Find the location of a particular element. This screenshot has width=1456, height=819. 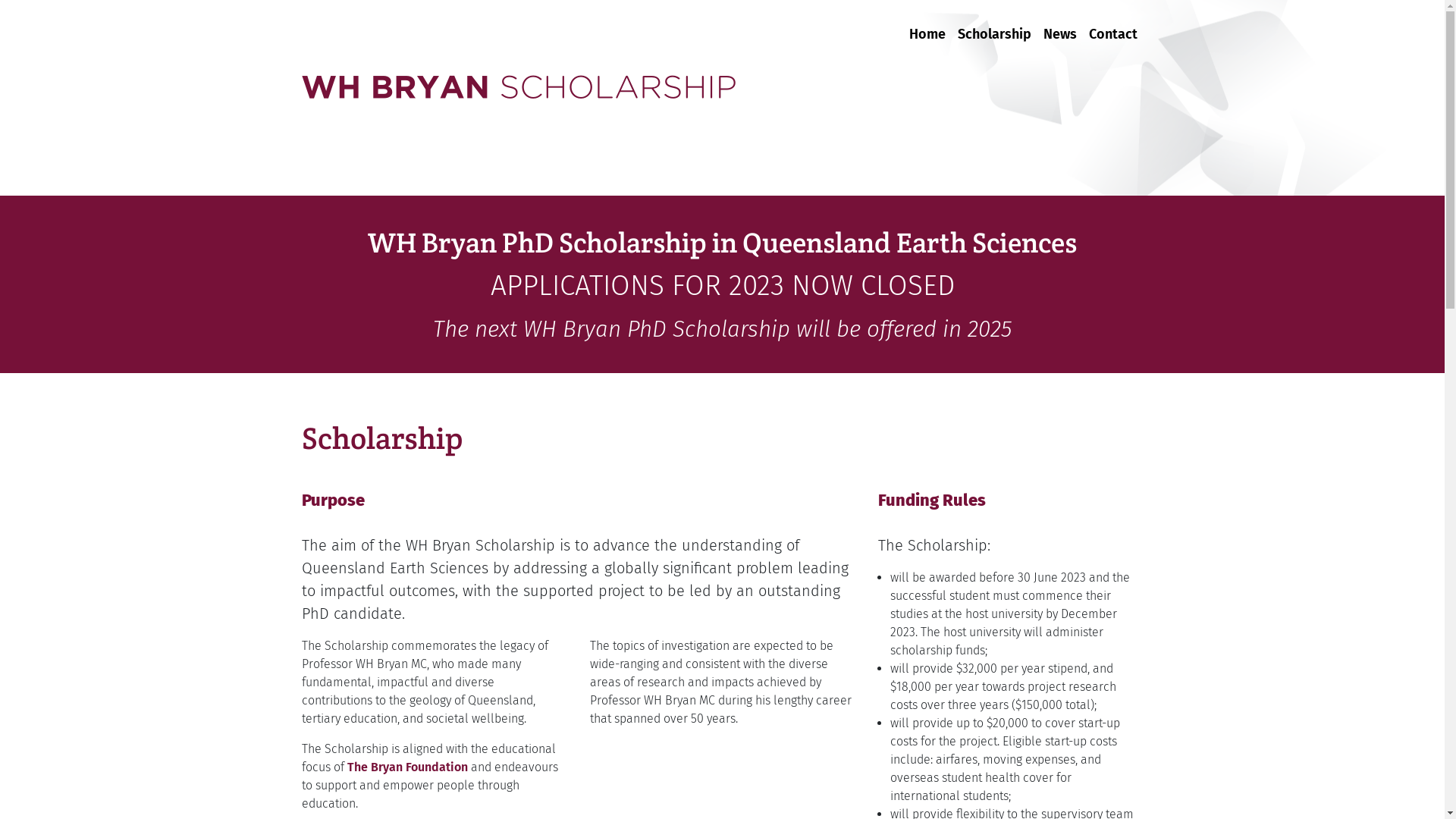

'Home' is located at coordinates (902, 25).